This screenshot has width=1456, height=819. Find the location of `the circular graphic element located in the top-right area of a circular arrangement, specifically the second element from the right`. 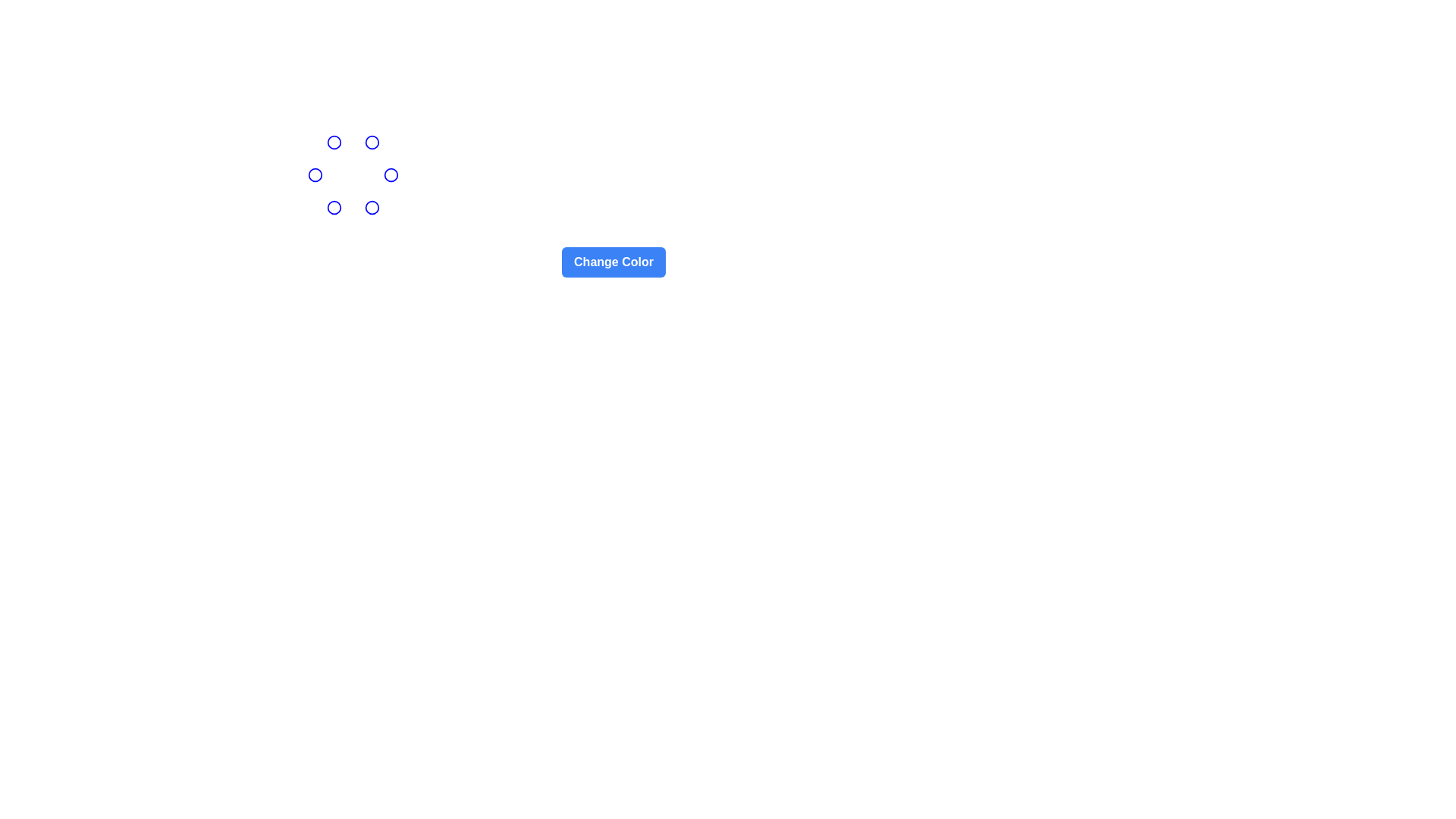

the circular graphic element located in the top-right area of a circular arrangement, specifically the second element from the right is located at coordinates (391, 174).